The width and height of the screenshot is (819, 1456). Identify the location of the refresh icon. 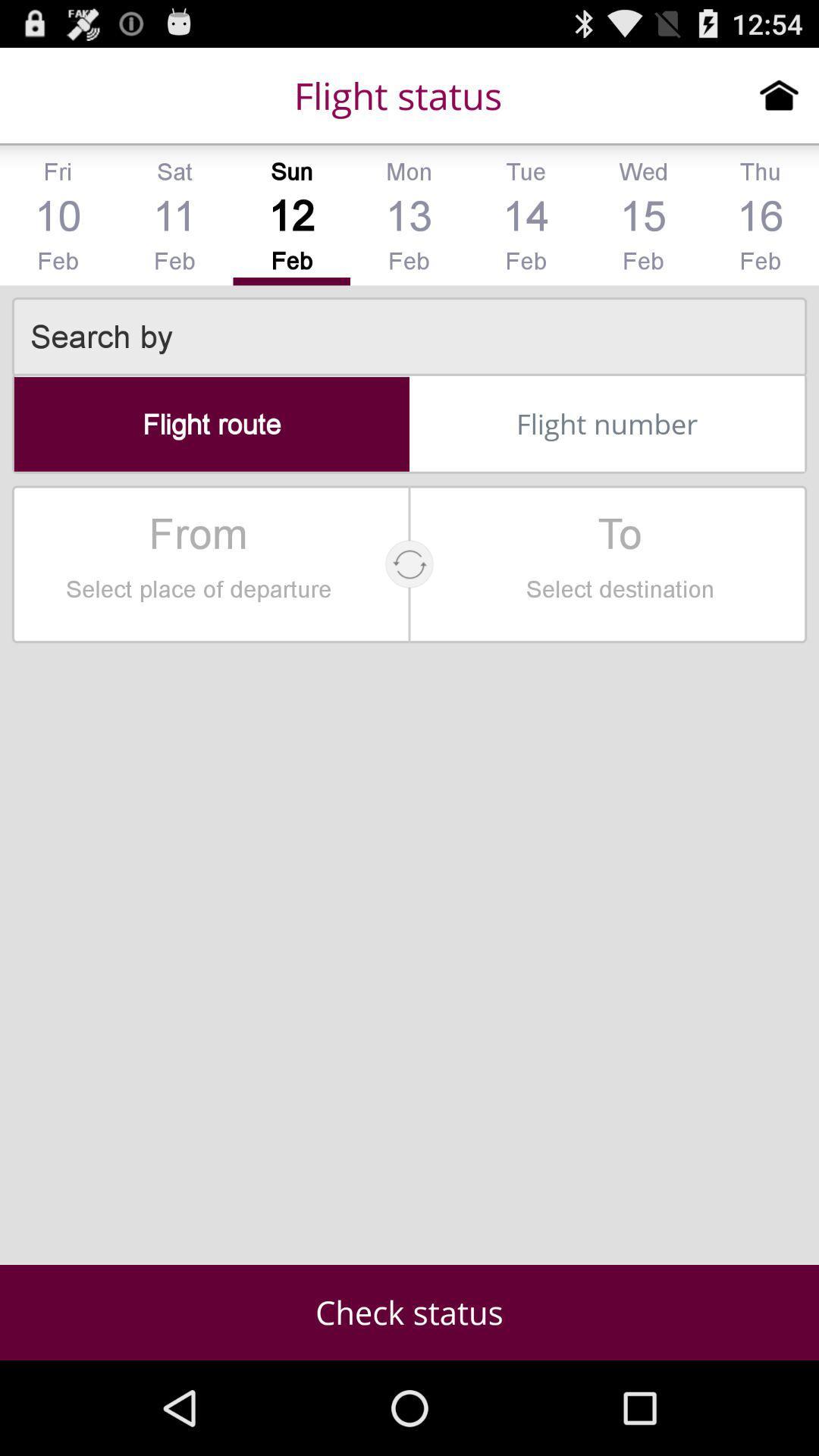
(409, 603).